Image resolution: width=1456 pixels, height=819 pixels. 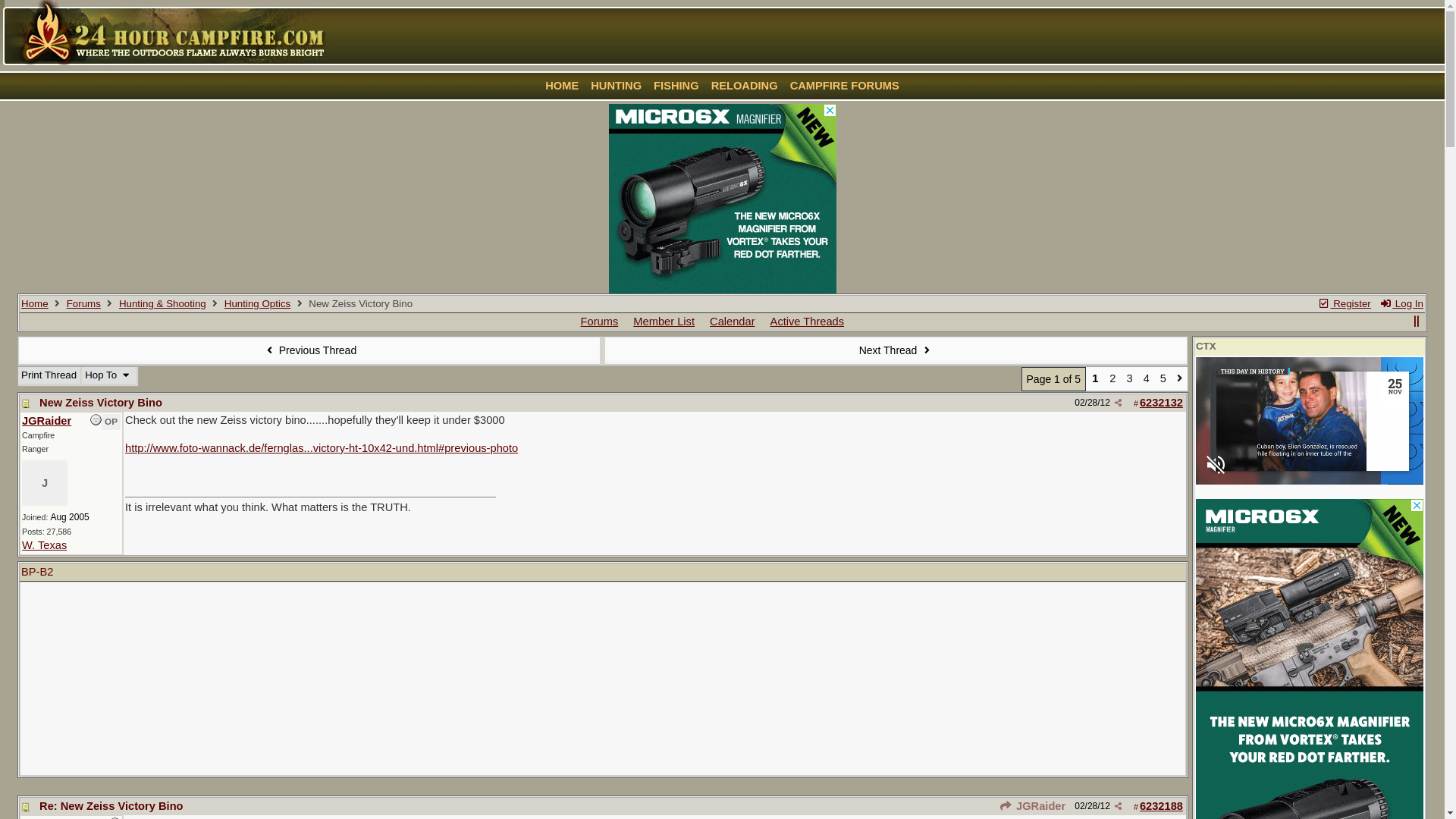 I want to click on 'Home', so click(x=35, y=303).